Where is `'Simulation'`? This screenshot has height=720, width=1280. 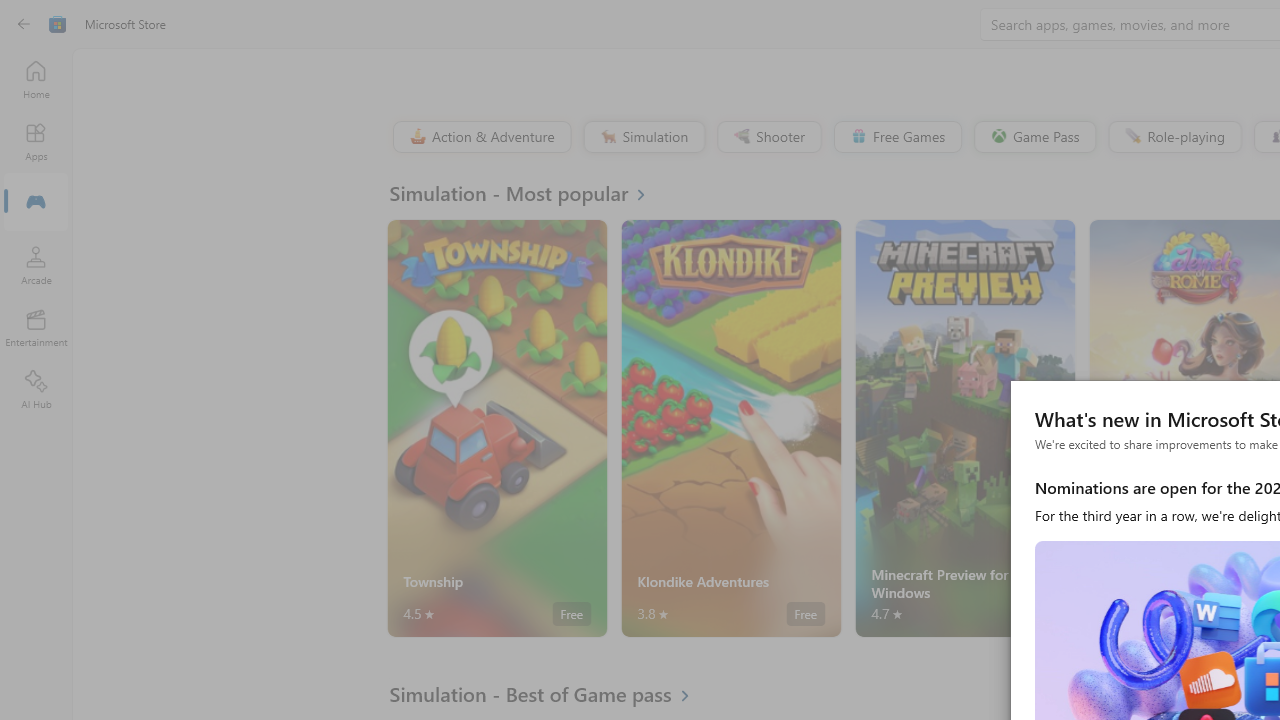
'Simulation' is located at coordinates (643, 135).